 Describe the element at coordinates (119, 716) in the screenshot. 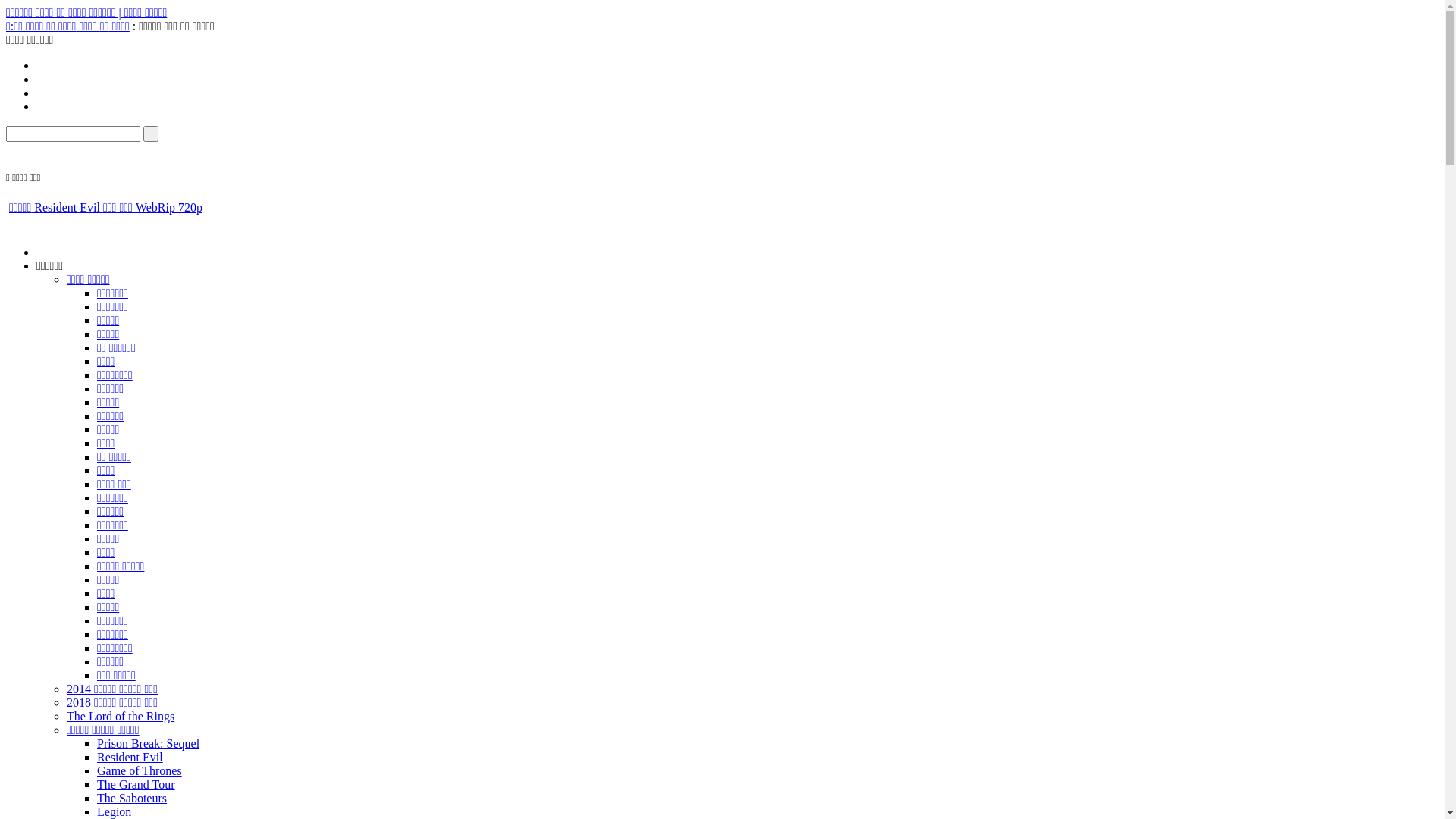

I see `'The Lord of the Rings'` at that location.